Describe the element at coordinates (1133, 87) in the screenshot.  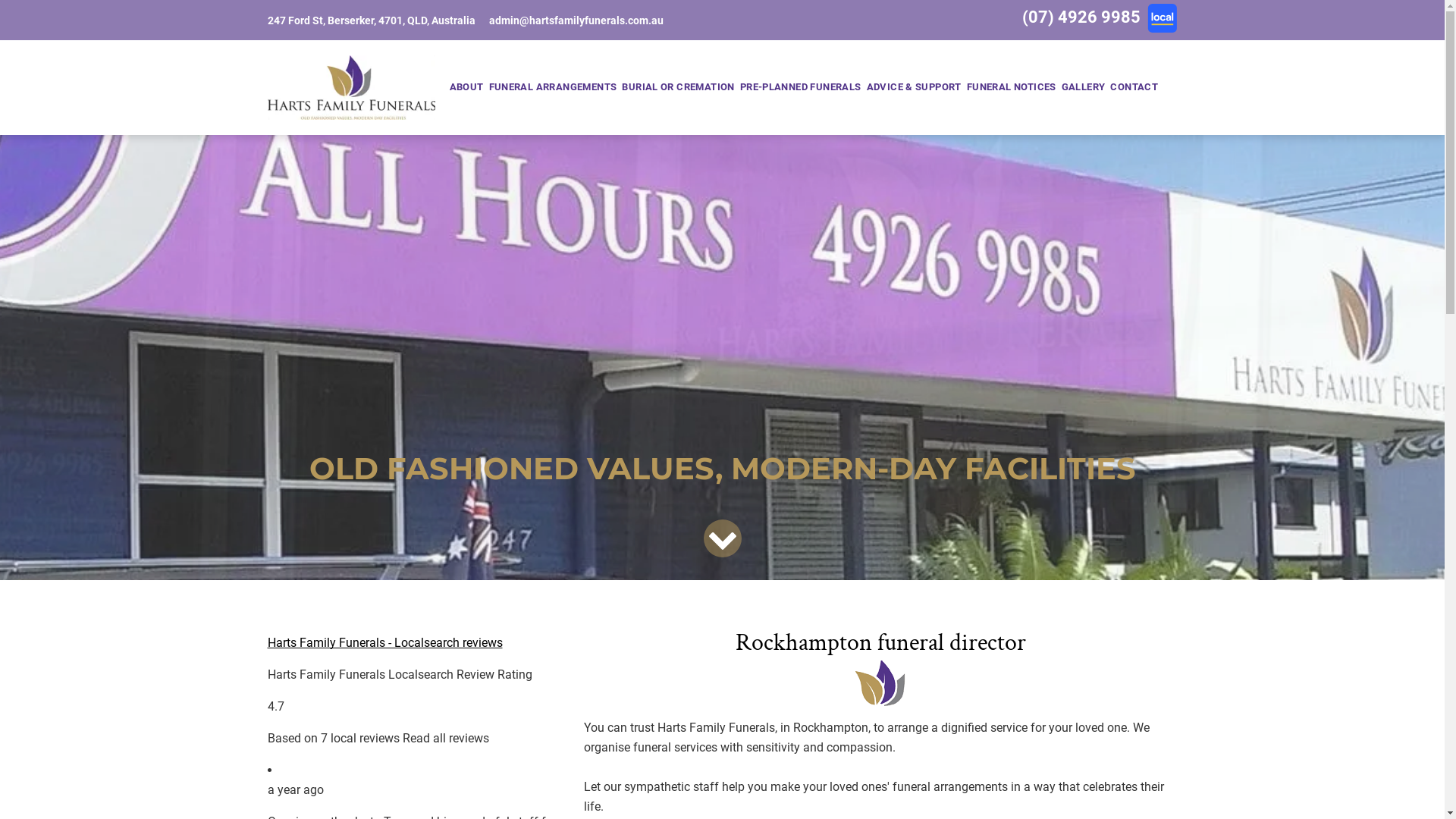
I see `'CONTACT'` at that location.